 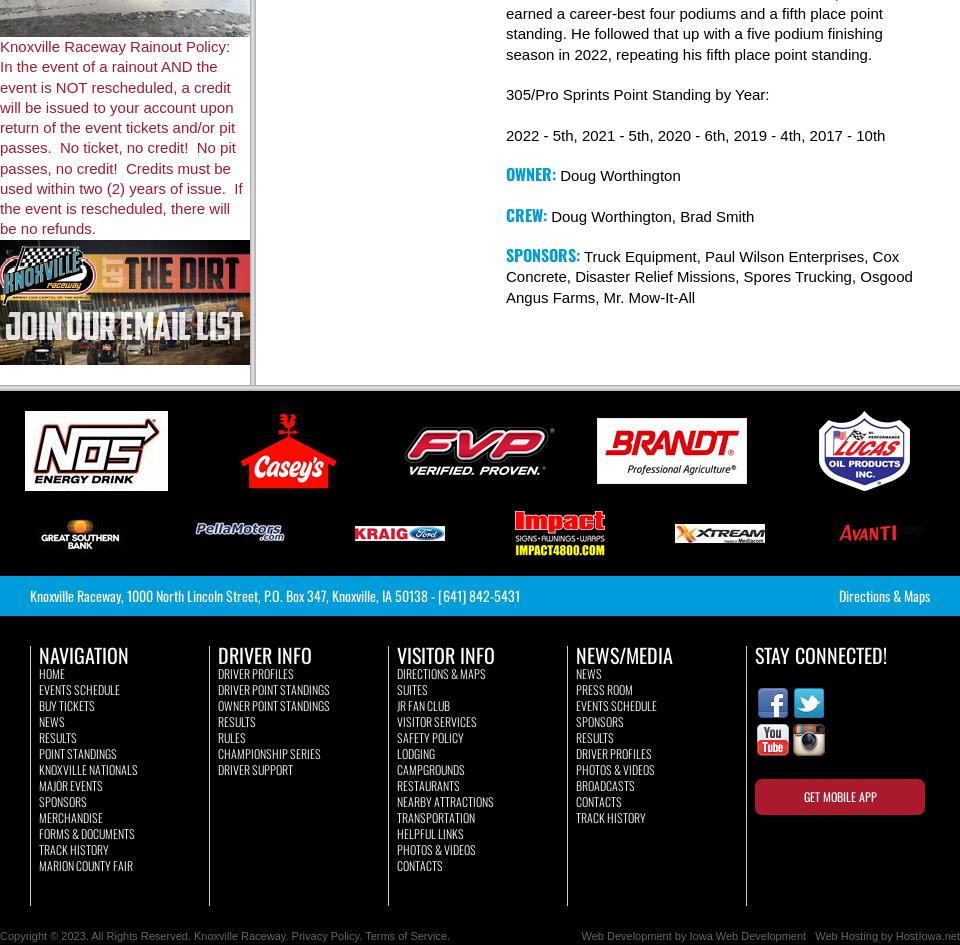 I want to click on 'Championship Series', so click(x=268, y=752).